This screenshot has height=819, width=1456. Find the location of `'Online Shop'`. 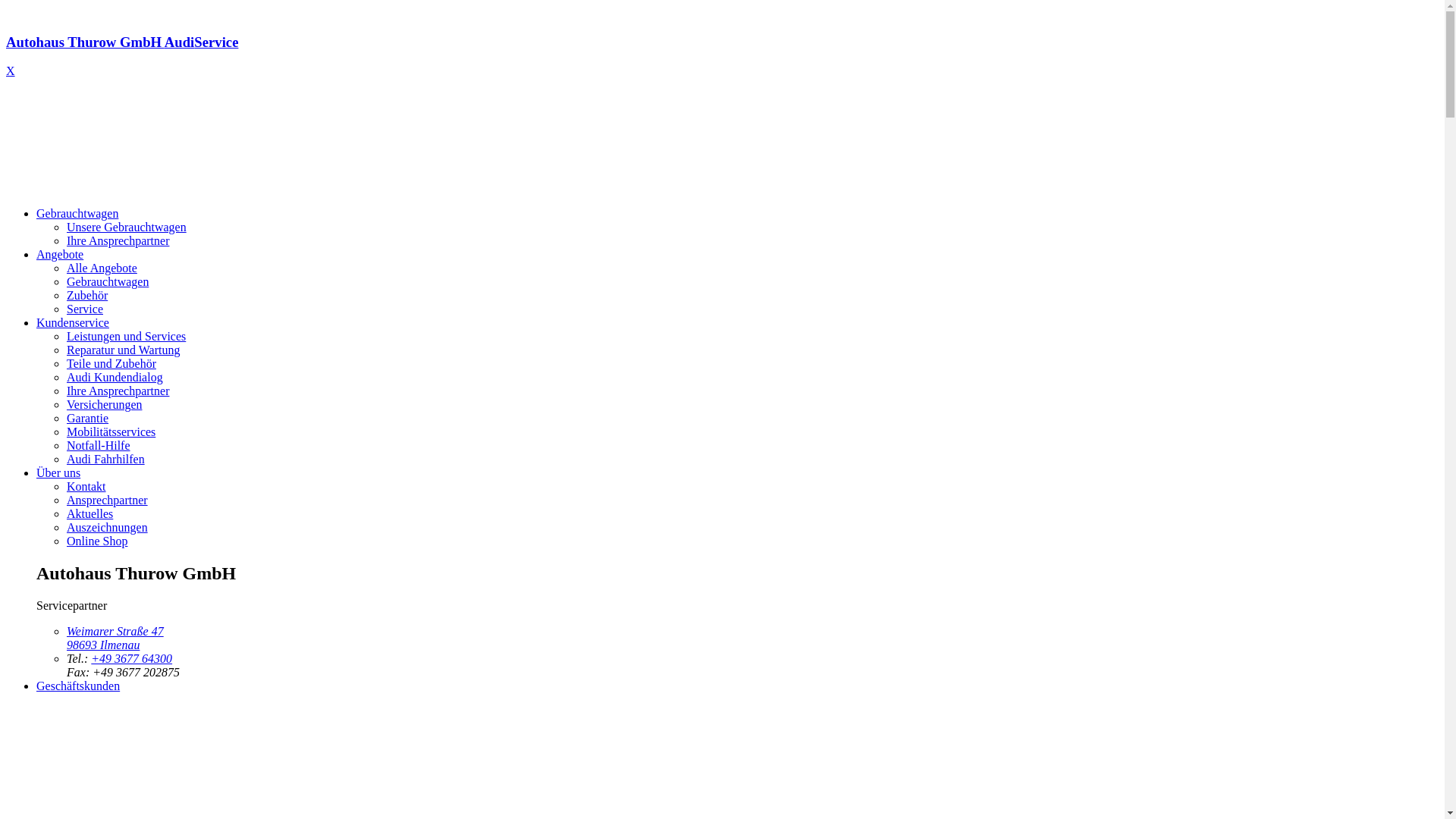

'Online Shop' is located at coordinates (65, 540).